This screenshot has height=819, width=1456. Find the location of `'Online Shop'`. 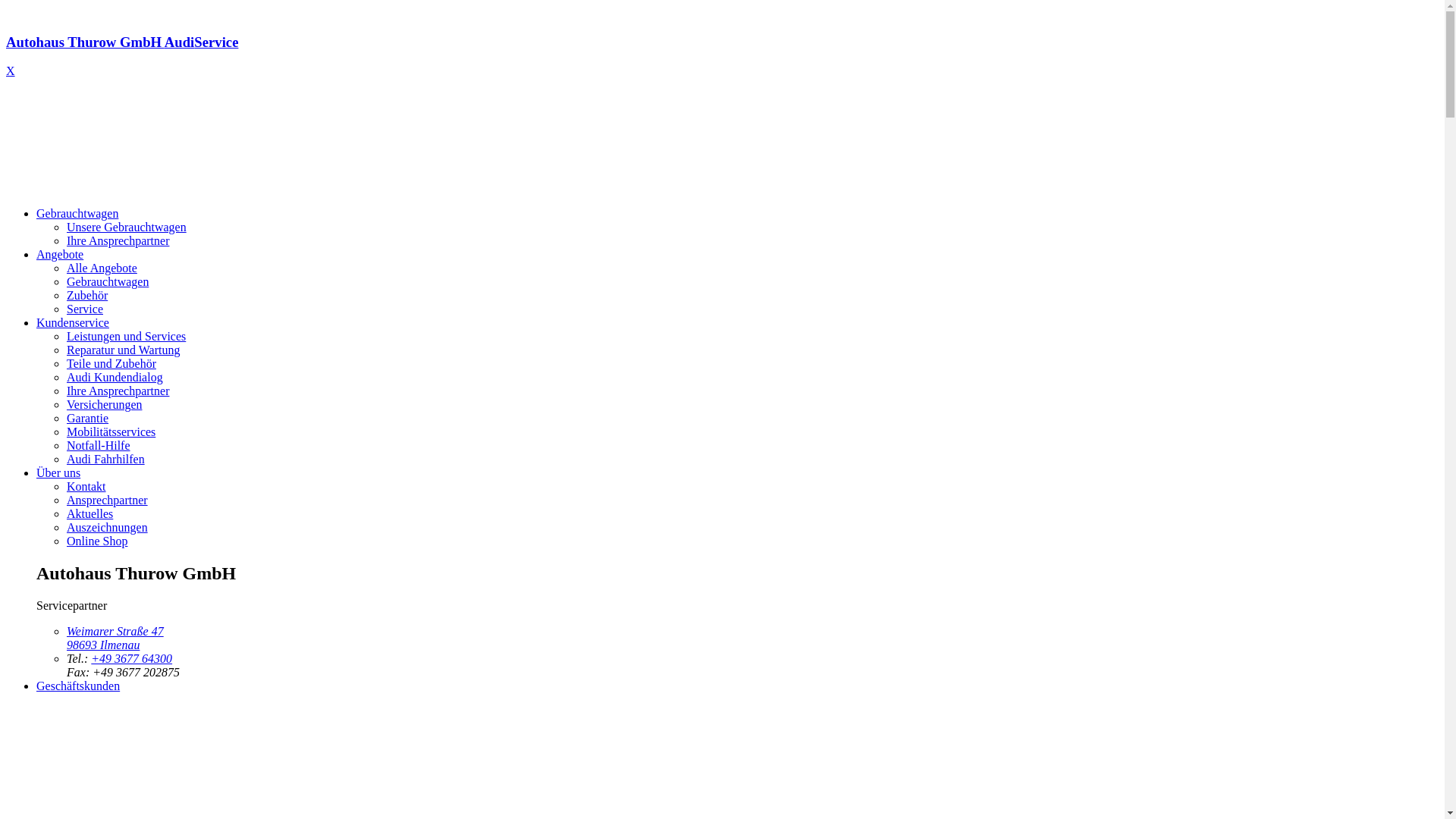

'Online Shop' is located at coordinates (65, 540).